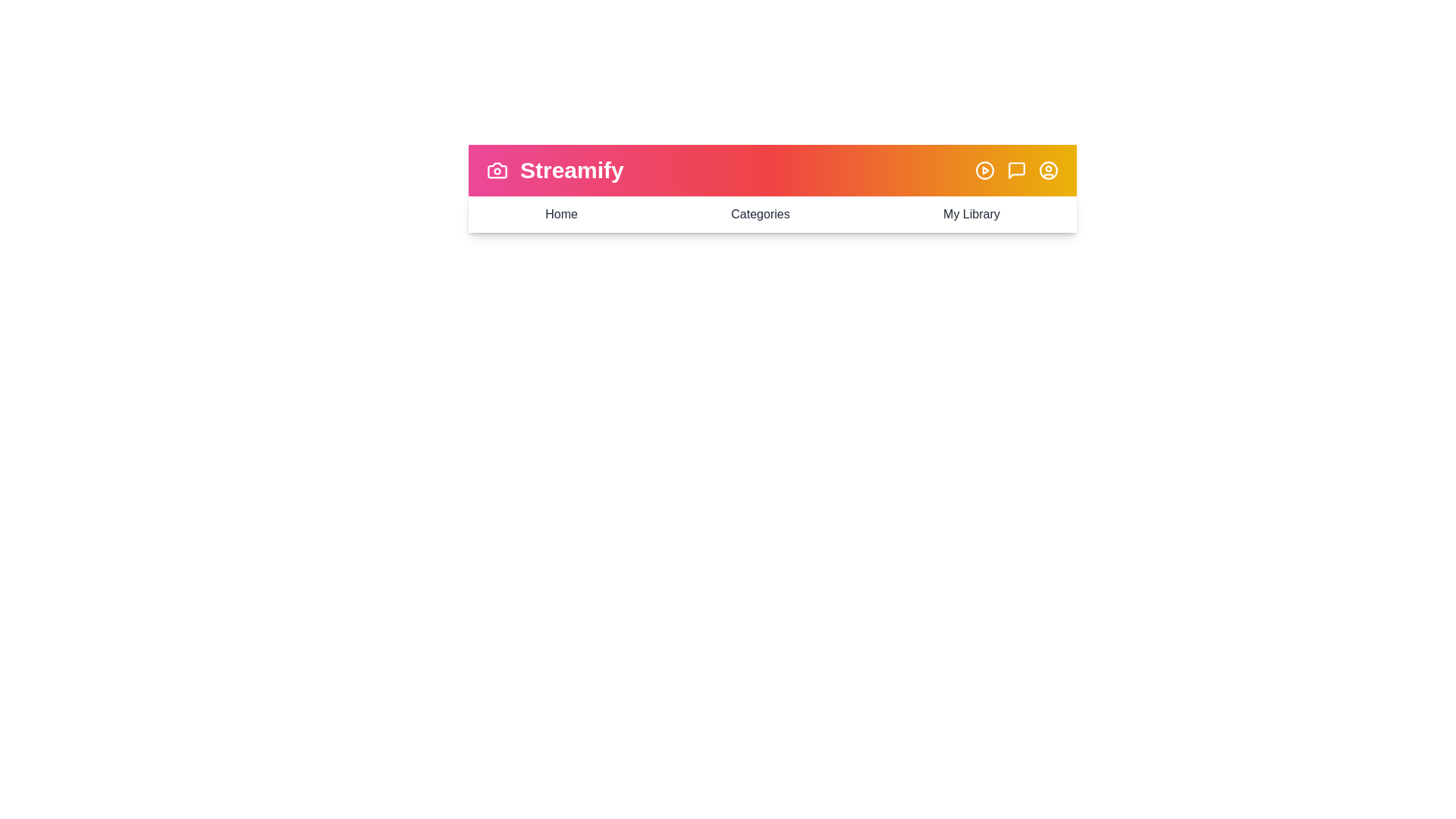  What do you see at coordinates (985, 170) in the screenshot?
I see `the PlayCircle icon to trigger its functionality` at bounding box center [985, 170].